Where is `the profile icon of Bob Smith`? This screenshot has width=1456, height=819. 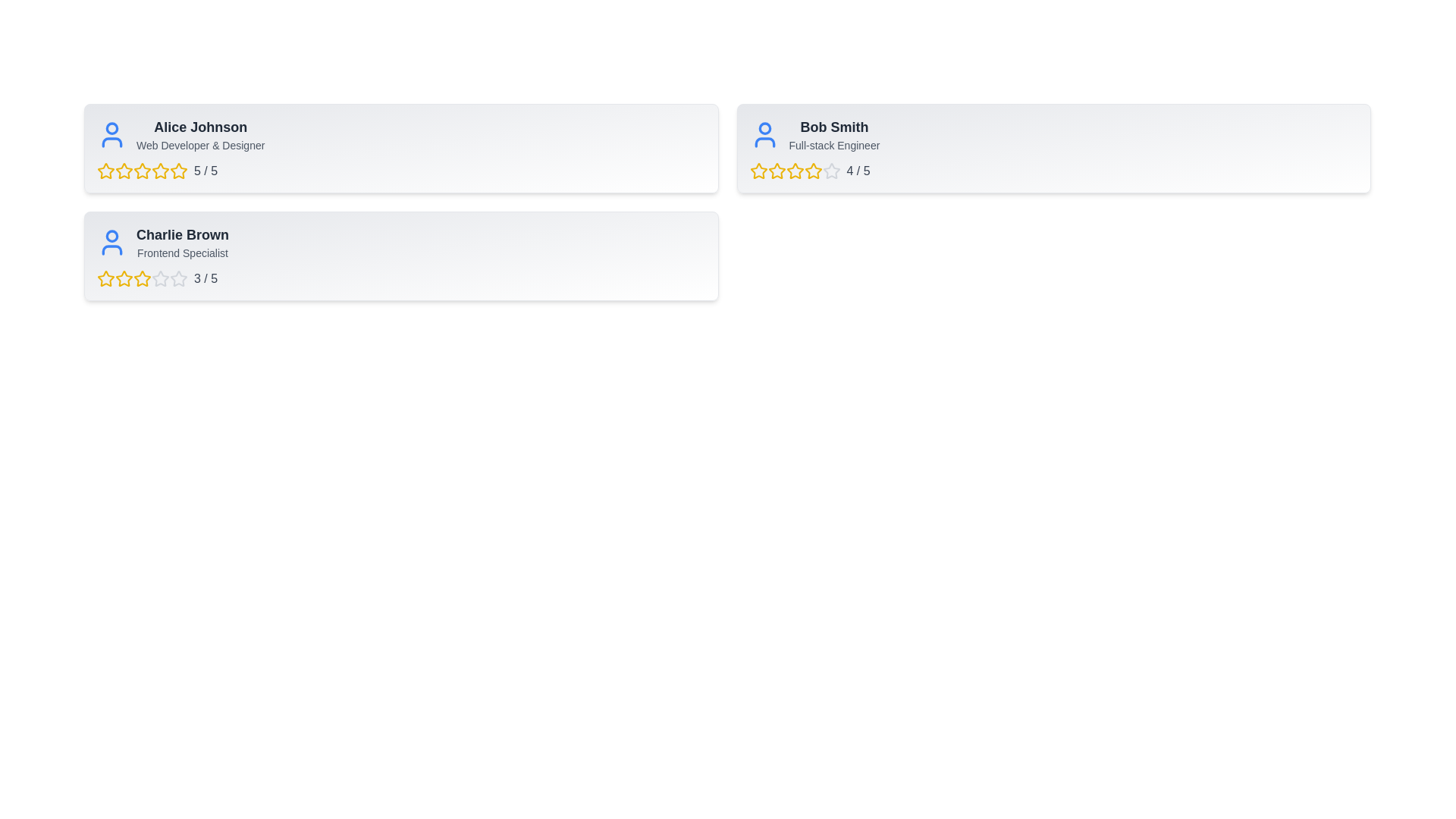 the profile icon of Bob Smith is located at coordinates (764, 133).